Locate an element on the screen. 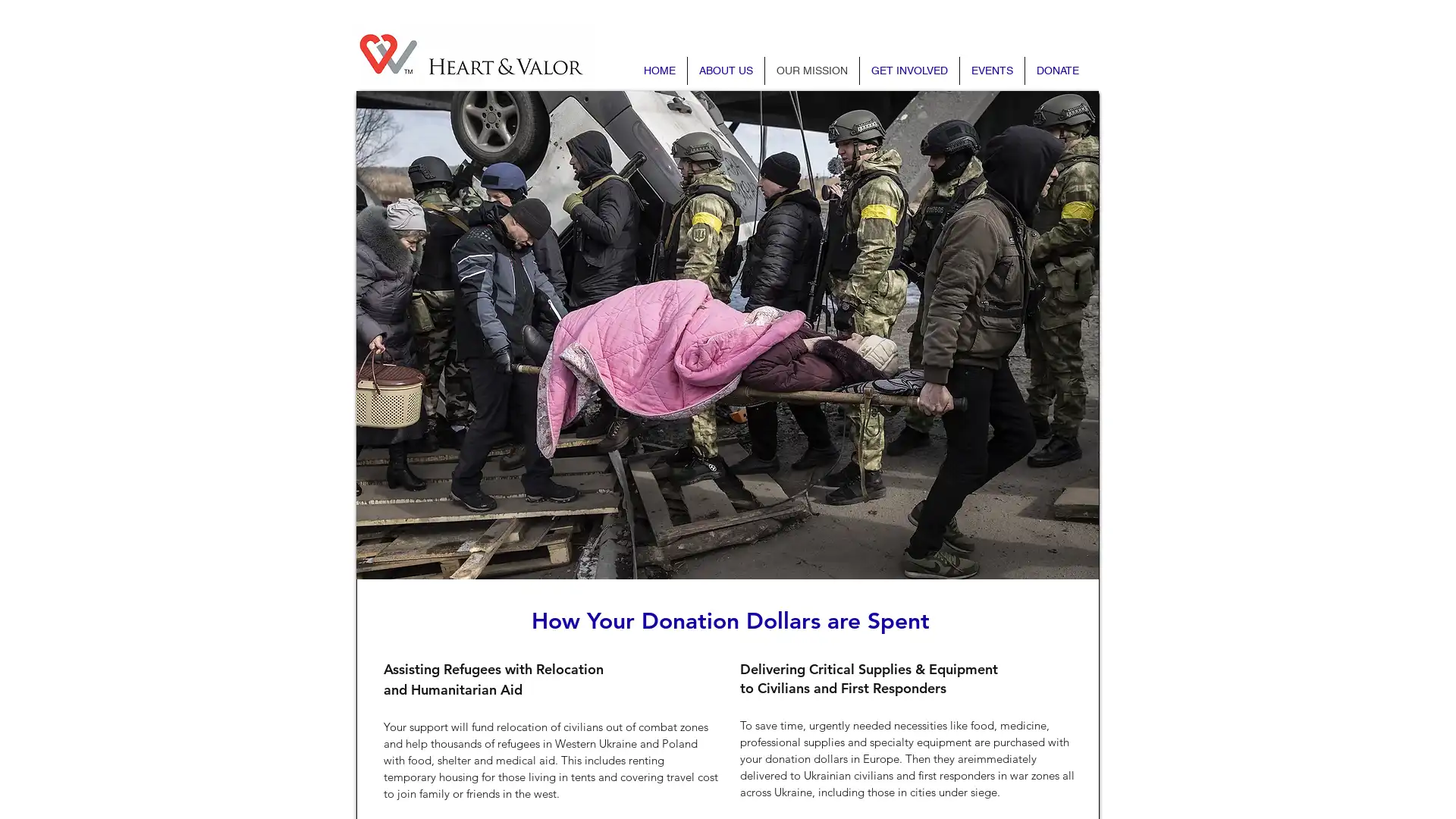 This screenshot has width=1456, height=819. Next is located at coordinates (1043, 334).